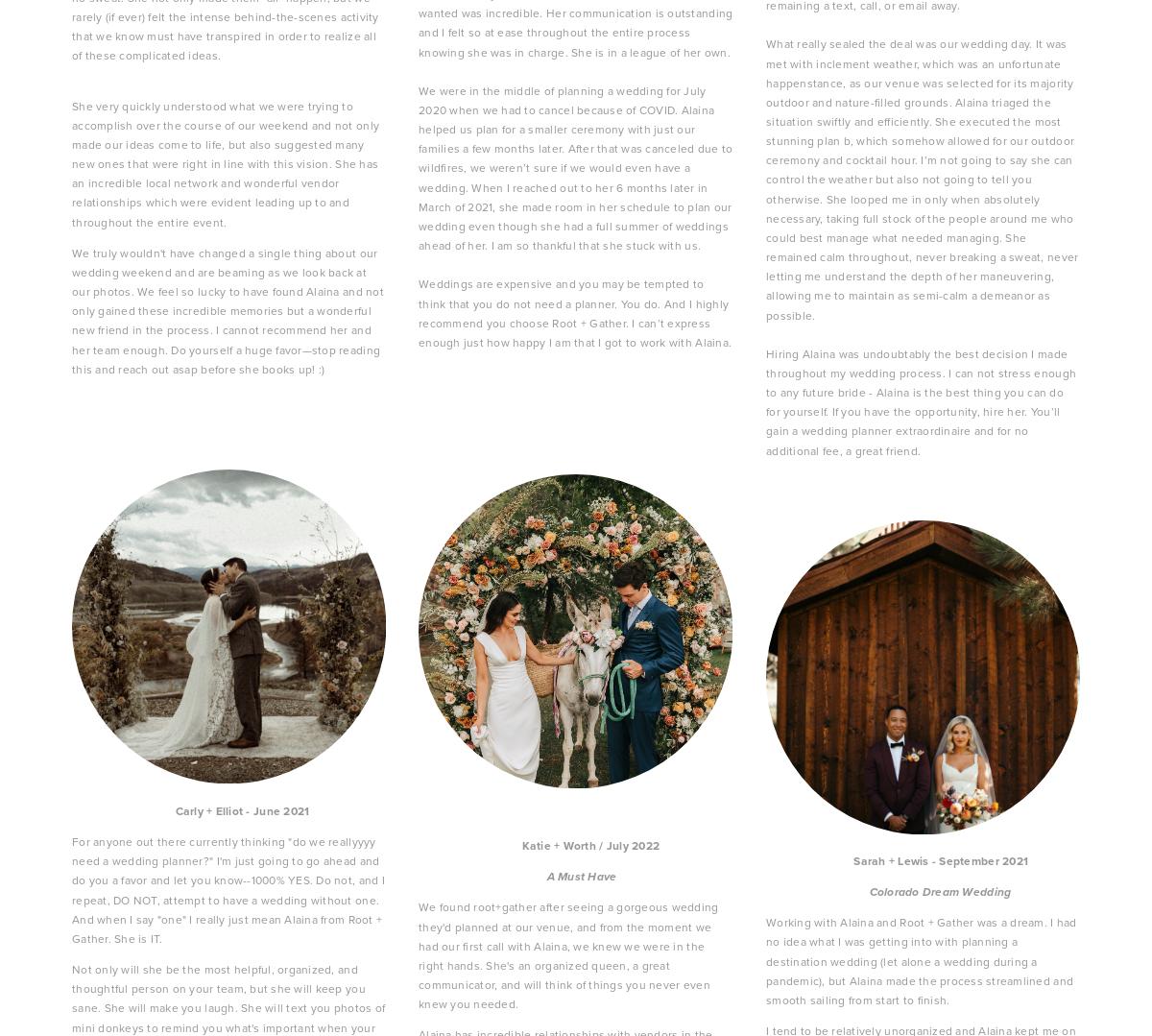 This screenshot has width=1152, height=1036. I want to click on 'Sarah + Lewis - September 2021', so click(898, 859).